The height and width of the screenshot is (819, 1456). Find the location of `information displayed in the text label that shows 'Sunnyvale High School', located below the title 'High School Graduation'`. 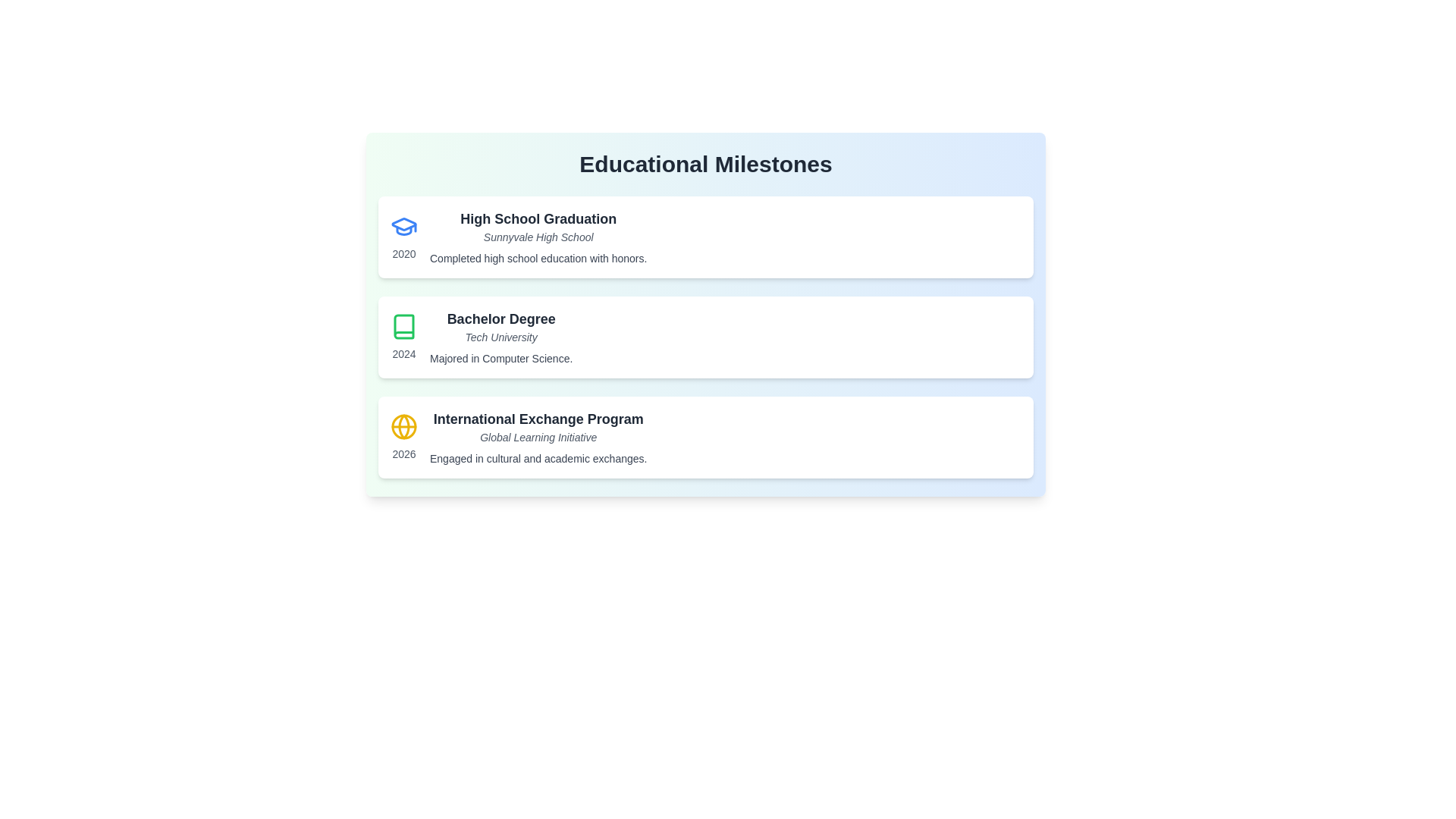

information displayed in the text label that shows 'Sunnyvale High School', located below the title 'High School Graduation' is located at coordinates (538, 237).